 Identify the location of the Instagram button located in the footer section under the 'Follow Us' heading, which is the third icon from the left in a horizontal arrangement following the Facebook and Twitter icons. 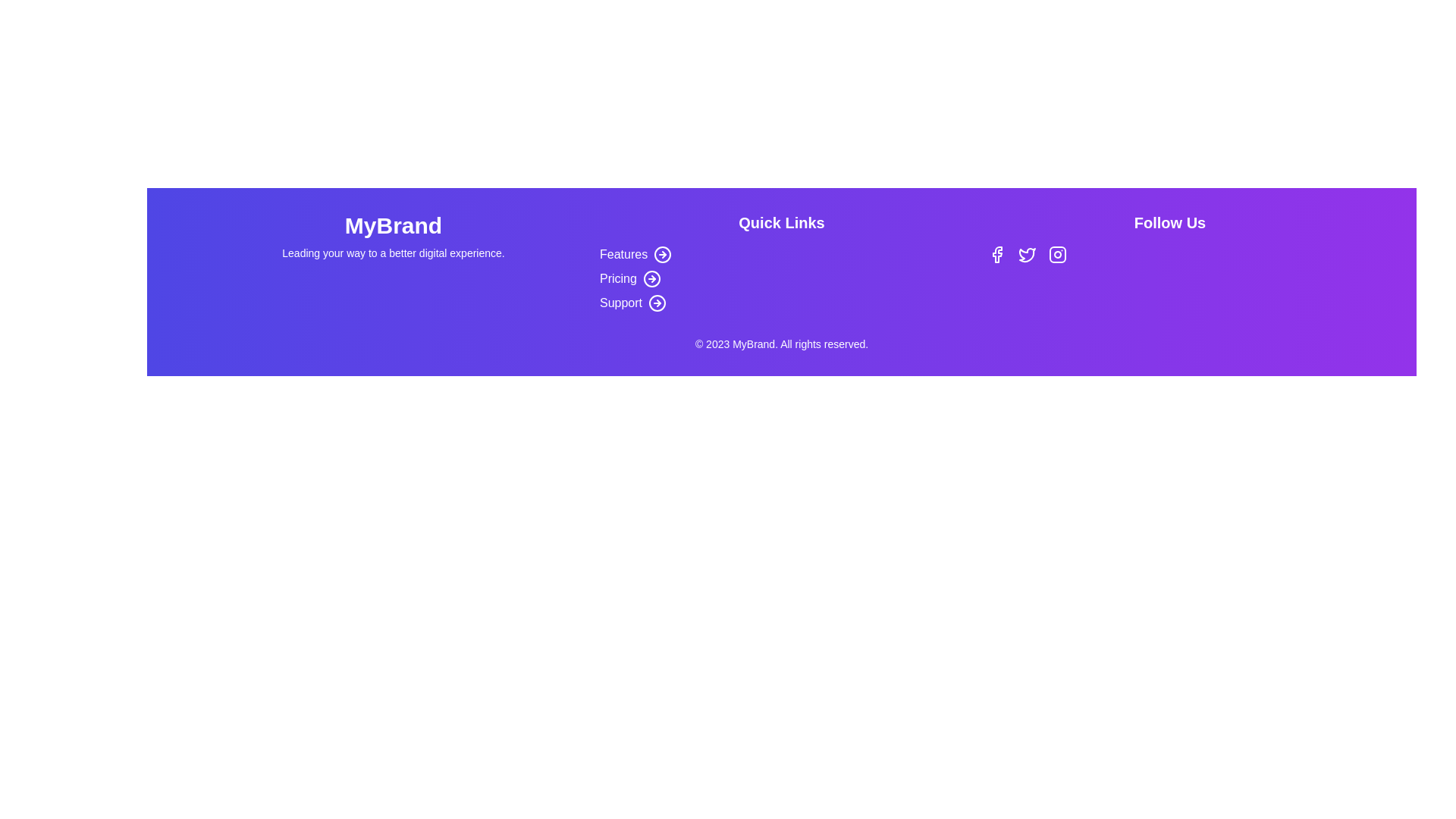
(1057, 253).